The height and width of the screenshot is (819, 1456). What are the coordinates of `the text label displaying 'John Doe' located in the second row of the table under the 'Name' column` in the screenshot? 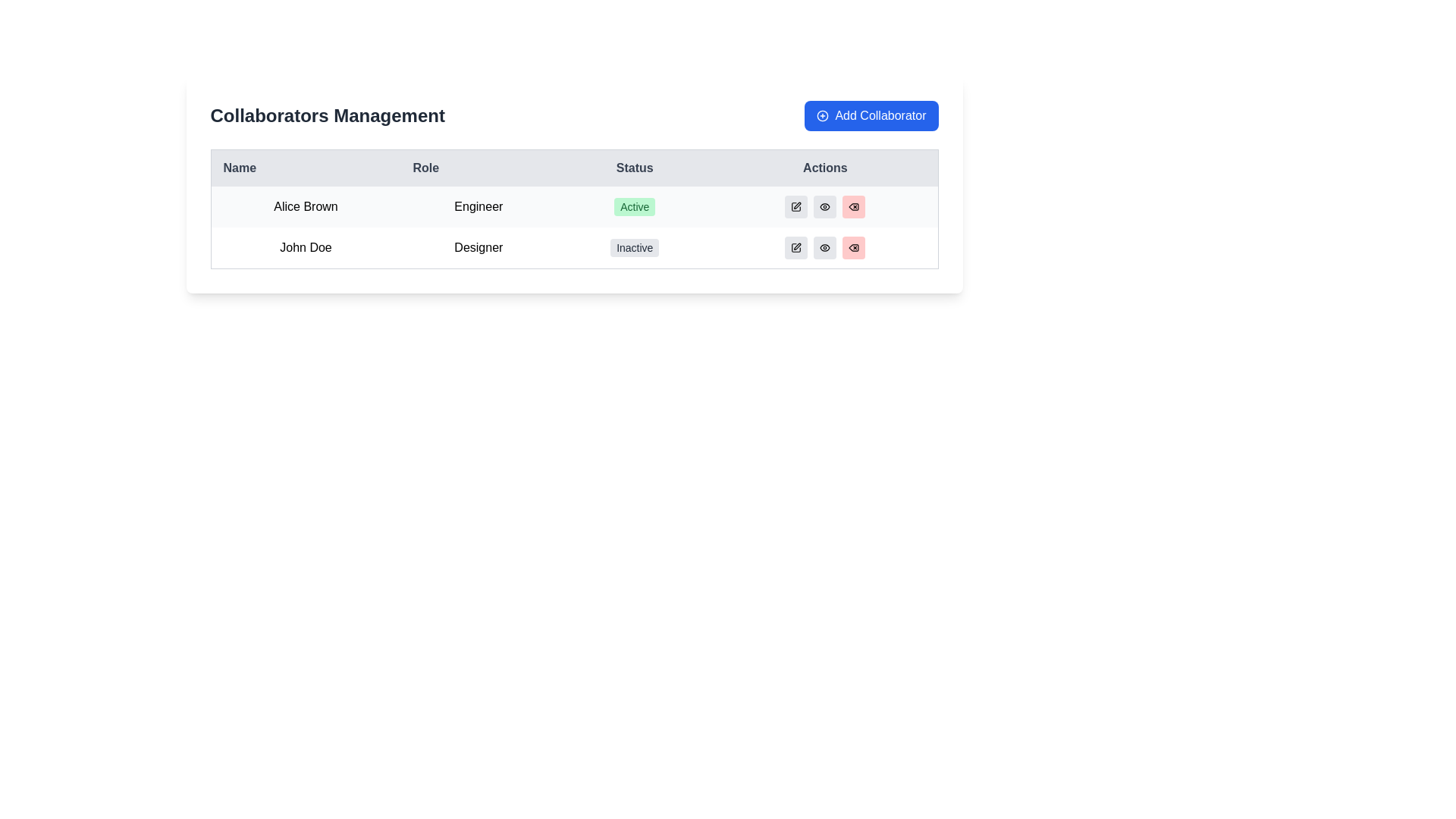 It's located at (305, 247).